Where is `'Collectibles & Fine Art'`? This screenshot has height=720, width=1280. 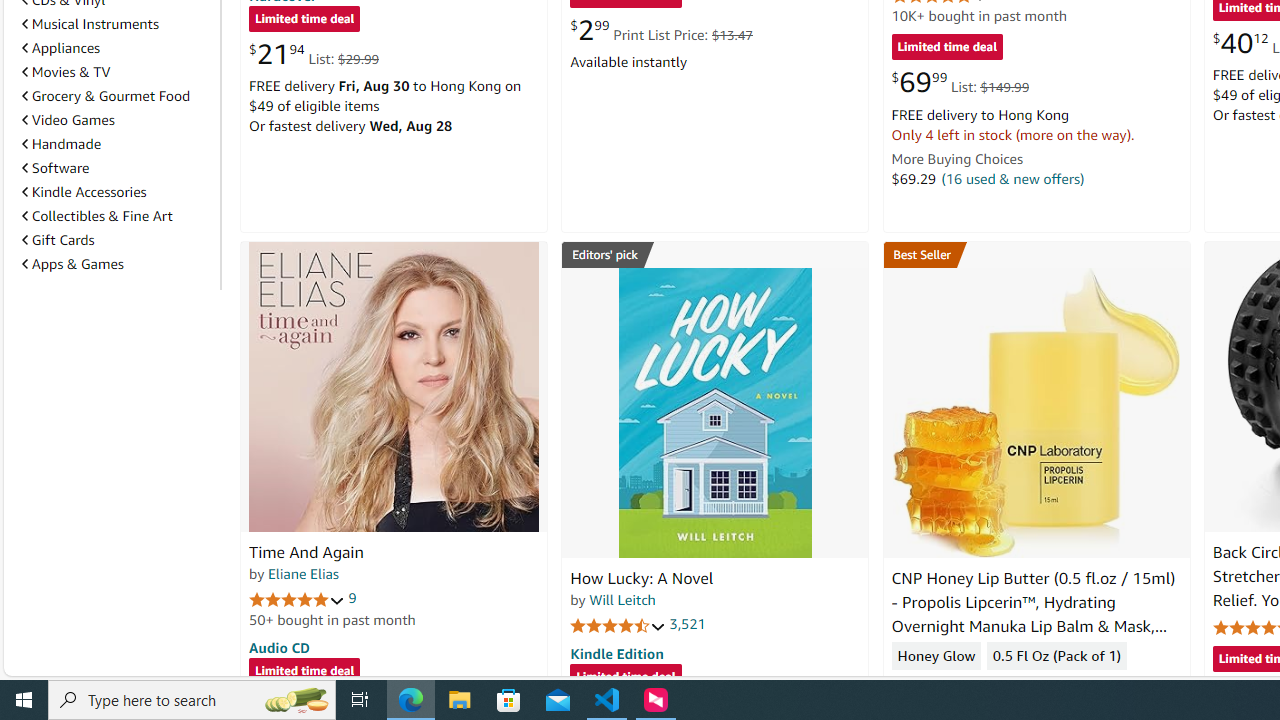 'Collectibles & Fine Art' is located at coordinates (96, 216).